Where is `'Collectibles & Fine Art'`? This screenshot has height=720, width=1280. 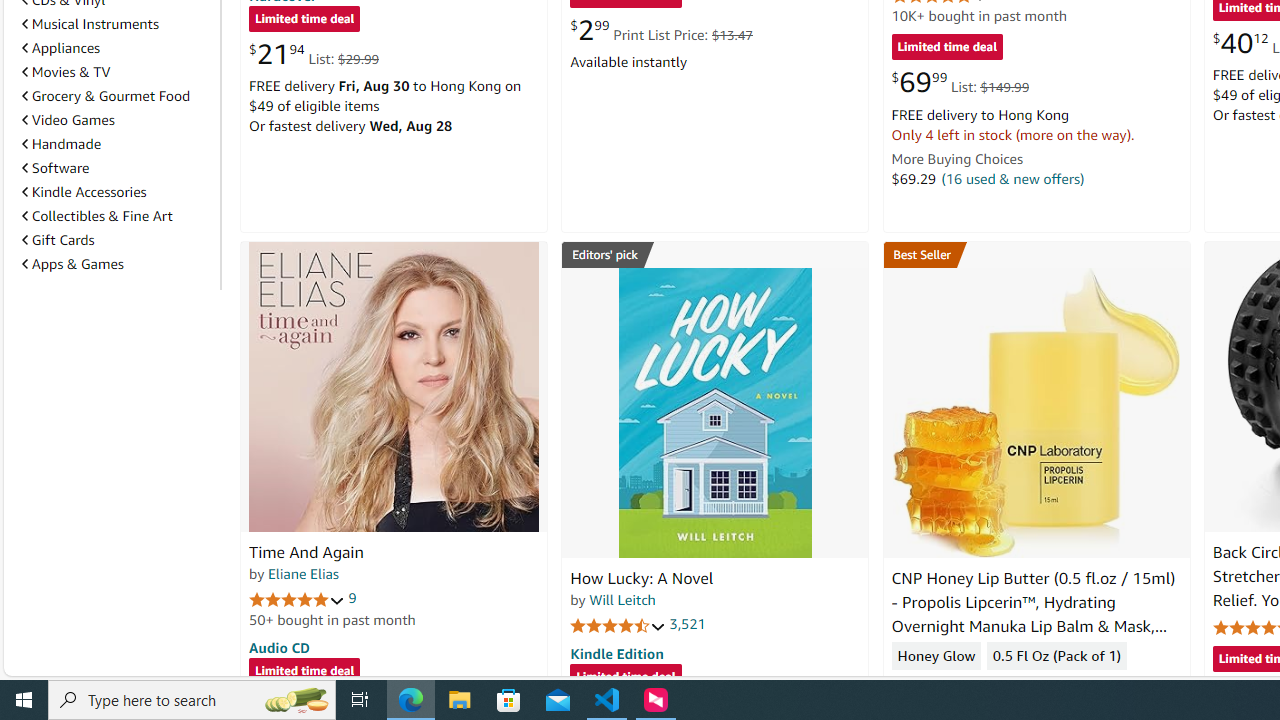 'Collectibles & Fine Art' is located at coordinates (96, 216).